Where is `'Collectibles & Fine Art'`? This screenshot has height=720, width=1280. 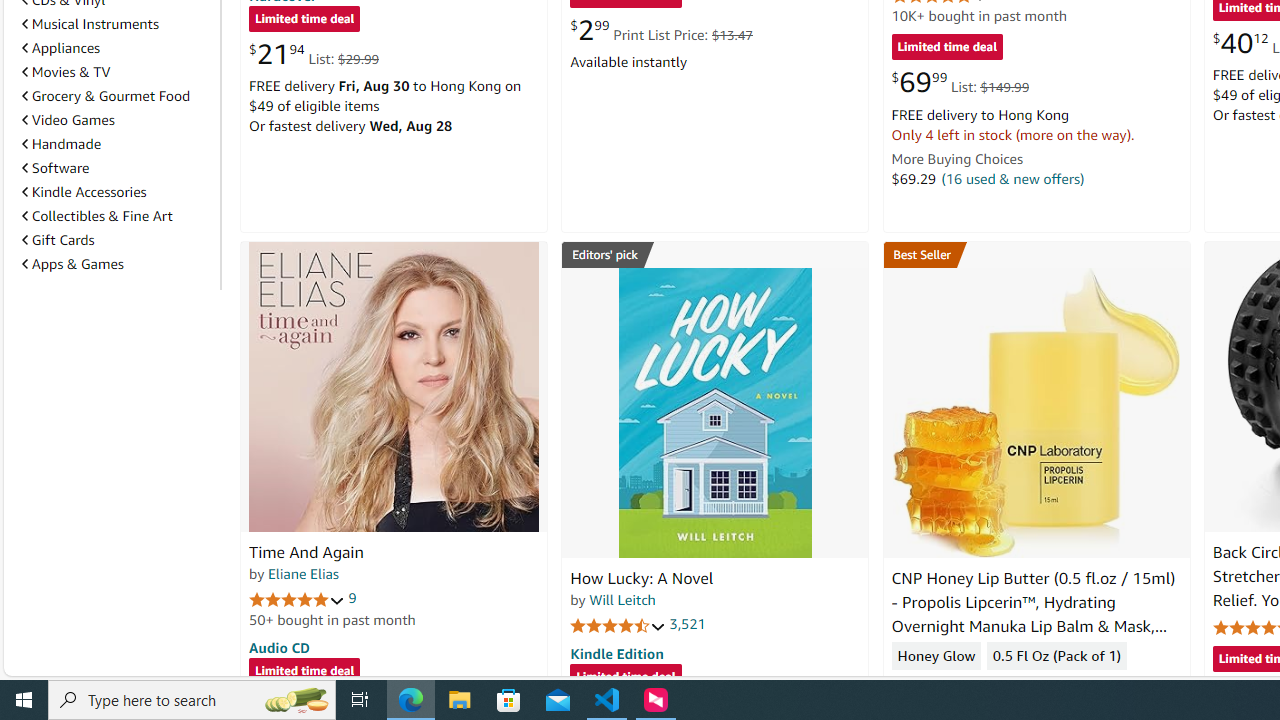 'Collectibles & Fine Art' is located at coordinates (96, 216).